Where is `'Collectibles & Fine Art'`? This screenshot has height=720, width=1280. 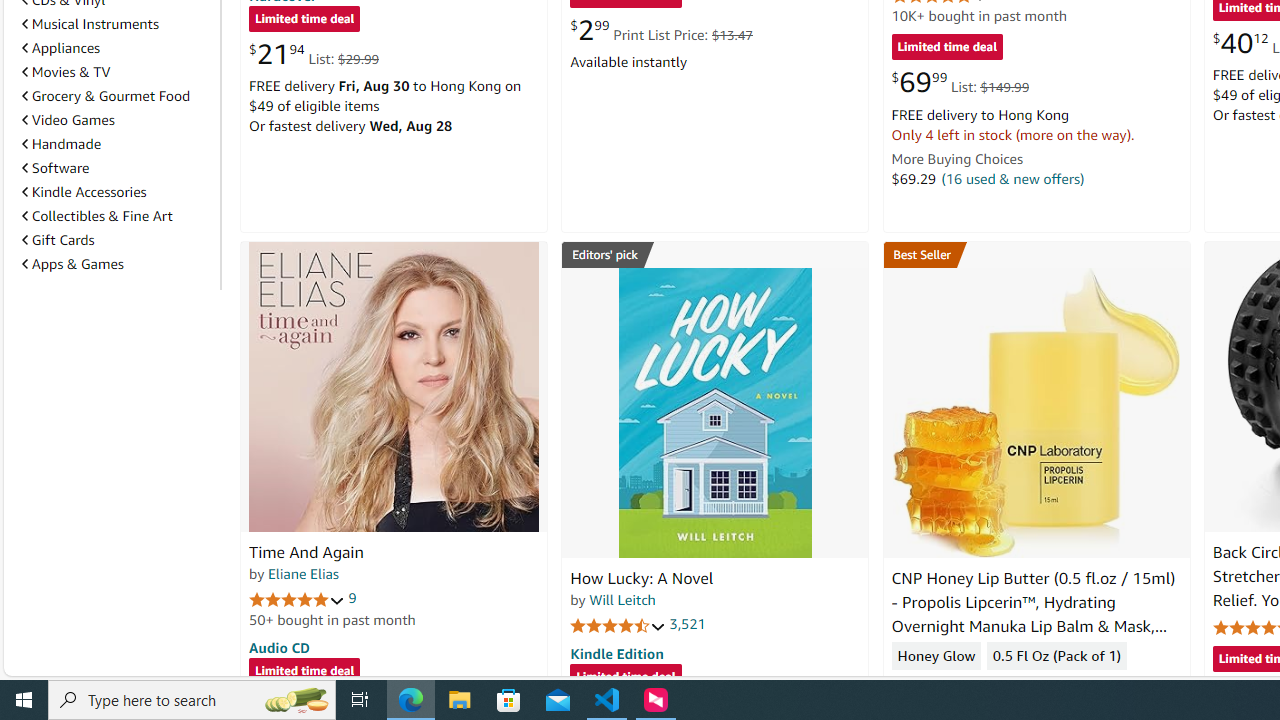 'Collectibles & Fine Art' is located at coordinates (96, 216).